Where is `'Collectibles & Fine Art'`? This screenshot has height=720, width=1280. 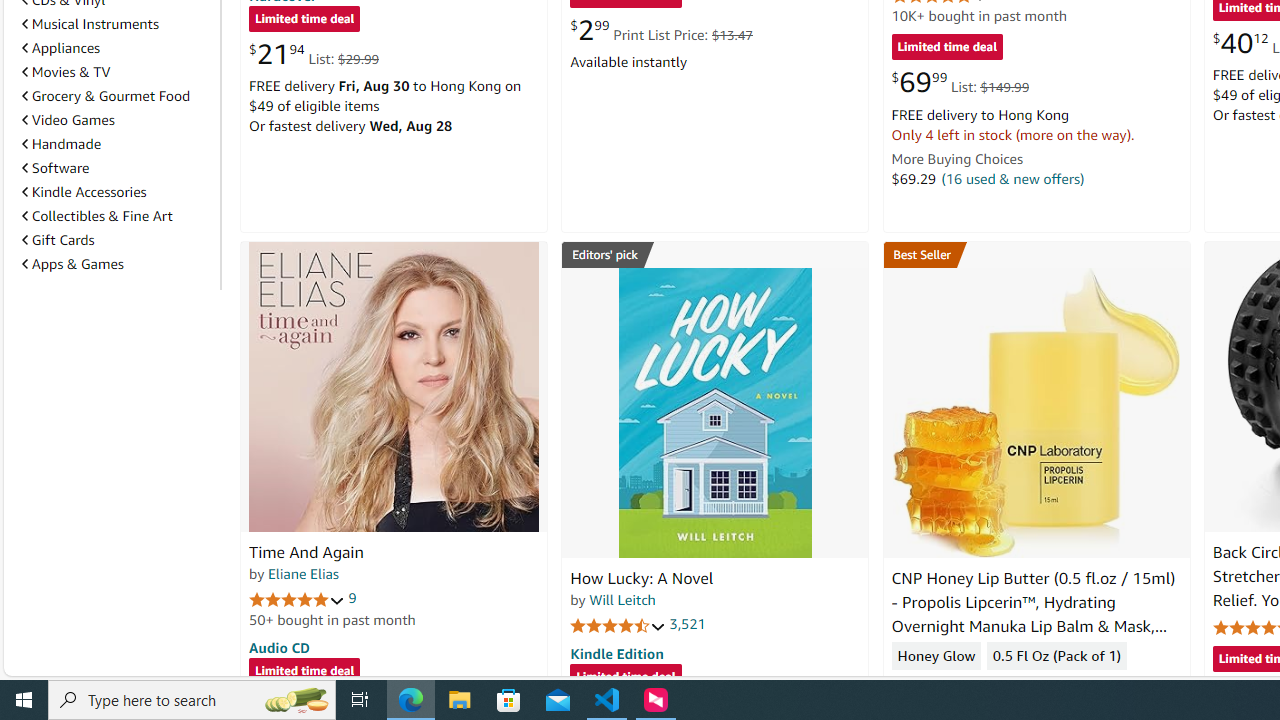 'Collectibles & Fine Art' is located at coordinates (96, 216).